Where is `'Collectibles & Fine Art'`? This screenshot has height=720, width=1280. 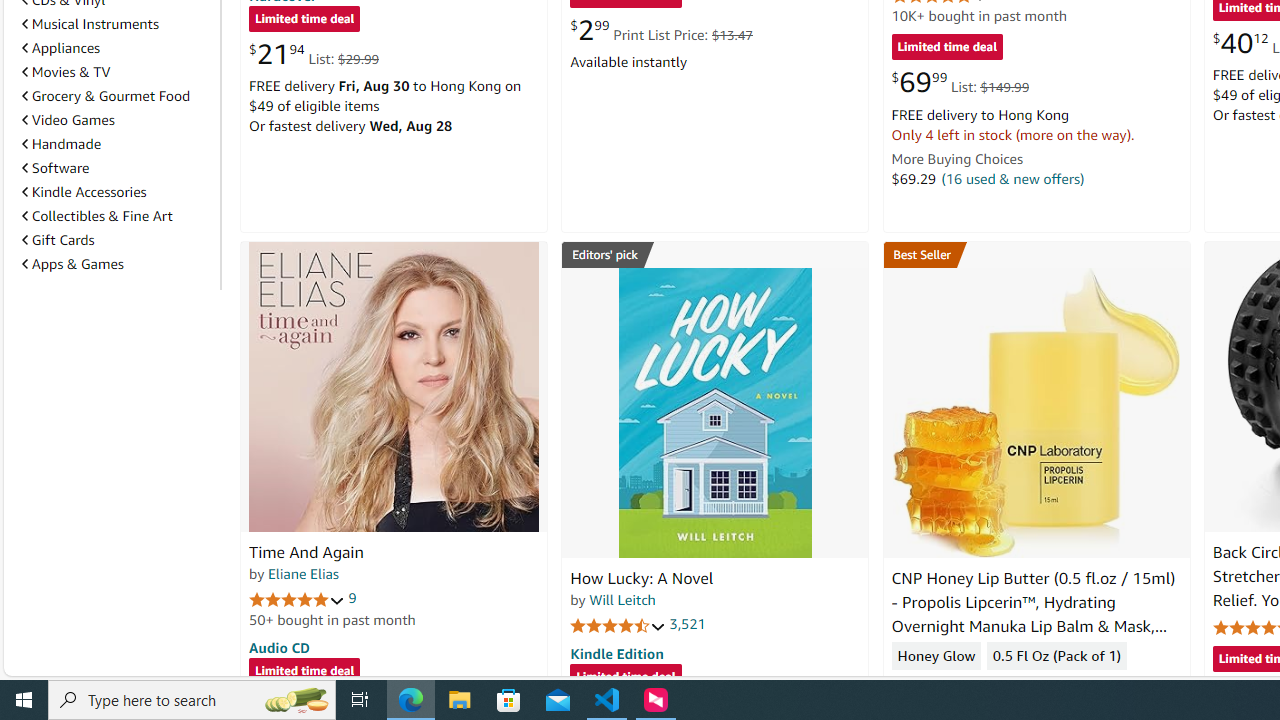 'Collectibles & Fine Art' is located at coordinates (96, 216).